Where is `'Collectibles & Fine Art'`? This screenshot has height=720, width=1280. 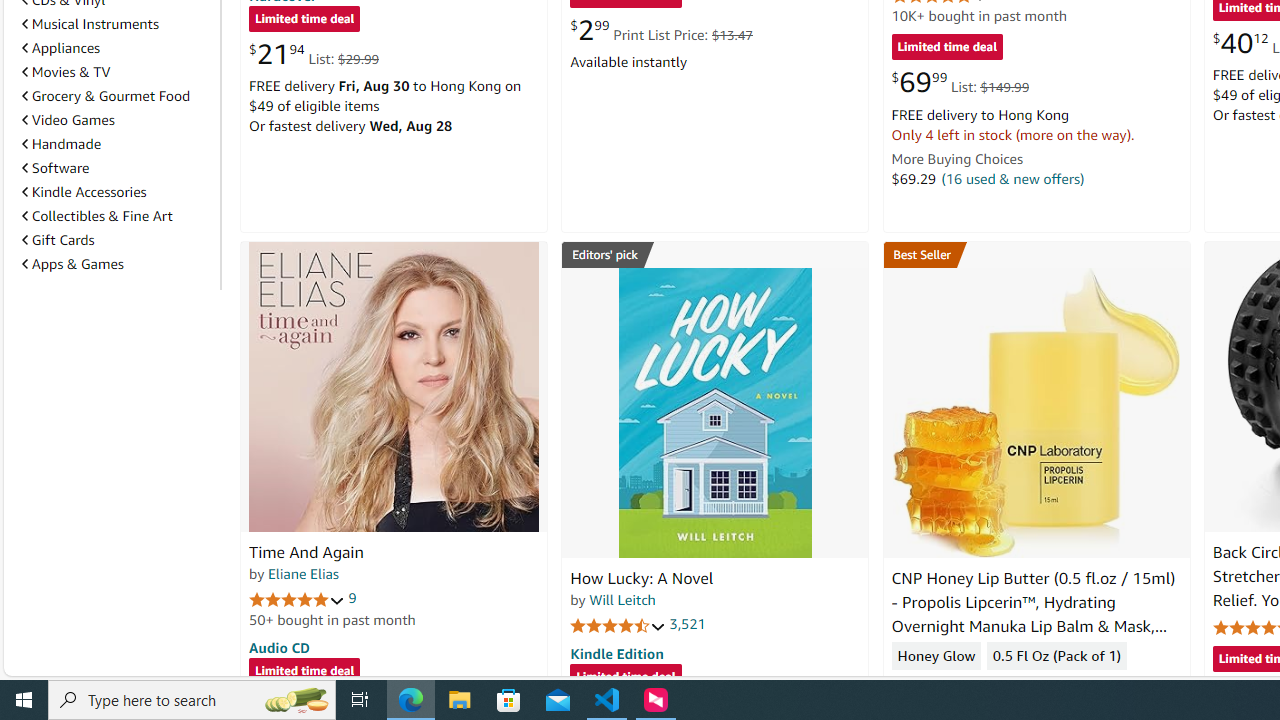 'Collectibles & Fine Art' is located at coordinates (96, 216).